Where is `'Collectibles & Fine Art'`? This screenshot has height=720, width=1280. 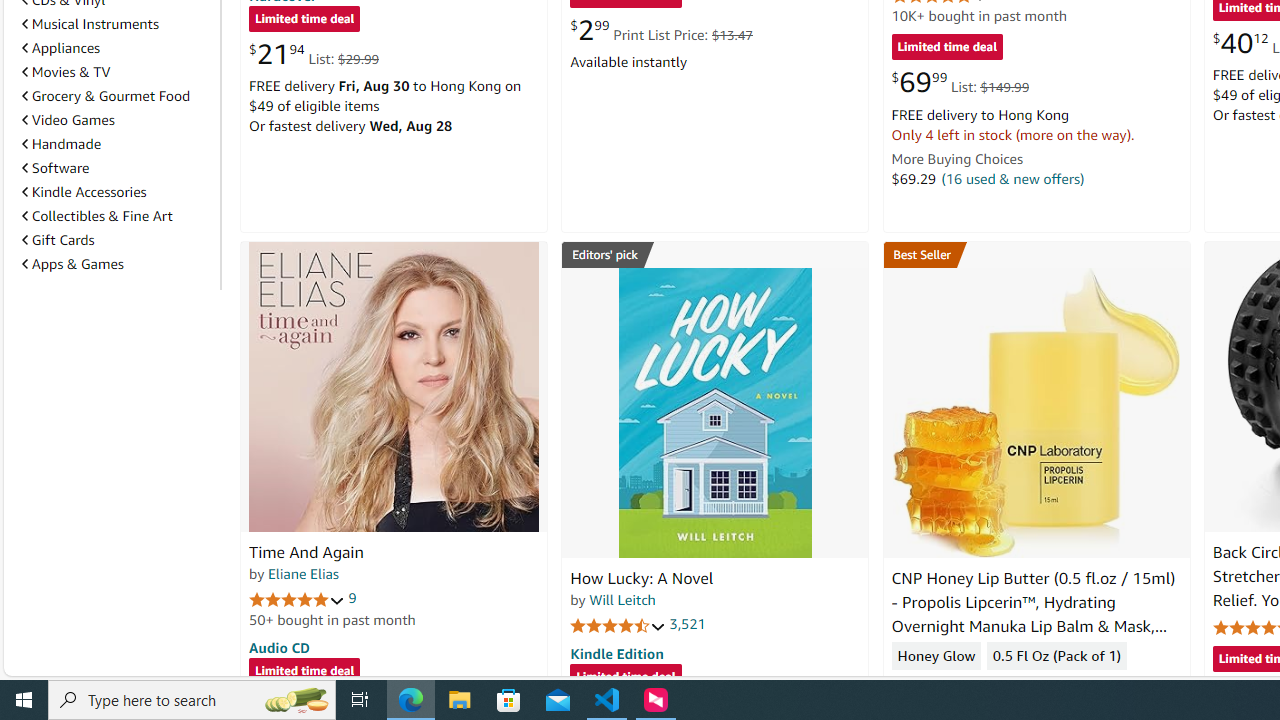 'Collectibles & Fine Art' is located at coordinates (96, 216).